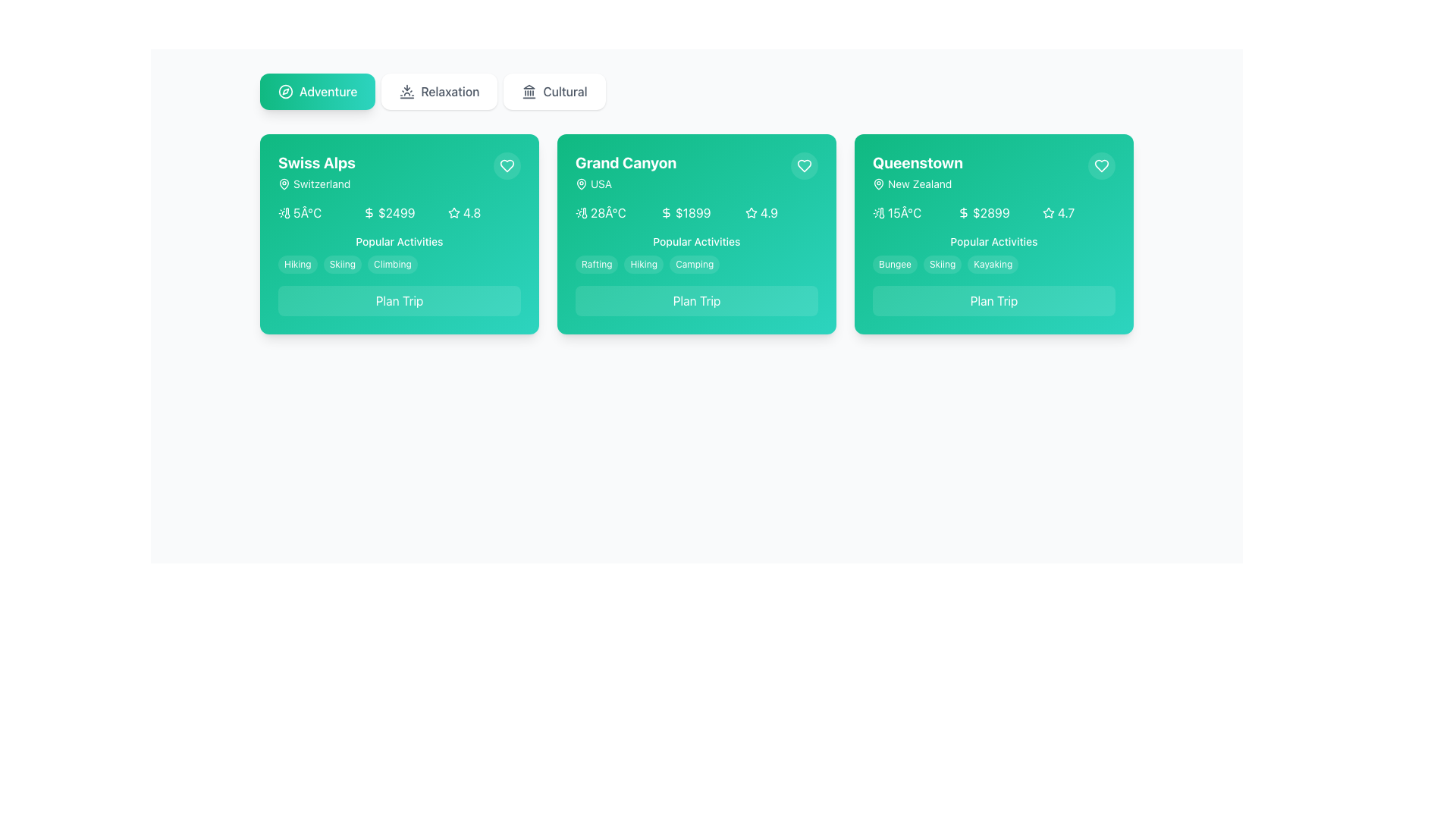 The height and width of the screenshot is (819, 1456). Describe the element at coordinates (407, 91) in the screenshot. I see `the icon located to the left of the 'Relaxation' text in the navigation bar, which is a rectangular button with a white background and rounded edges` at that location.